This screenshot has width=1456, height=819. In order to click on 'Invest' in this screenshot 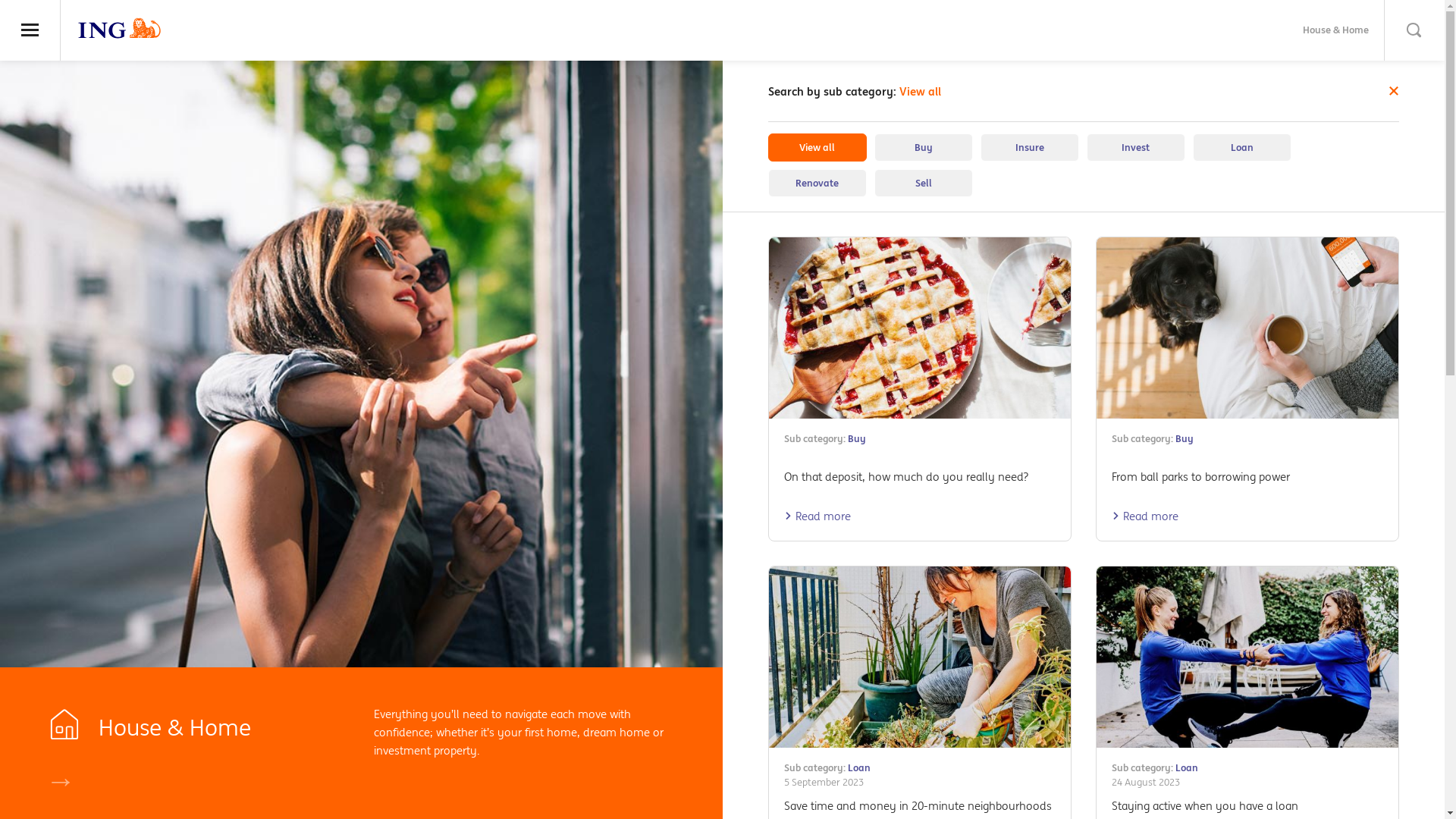, I will do `click(1135, 147)`.